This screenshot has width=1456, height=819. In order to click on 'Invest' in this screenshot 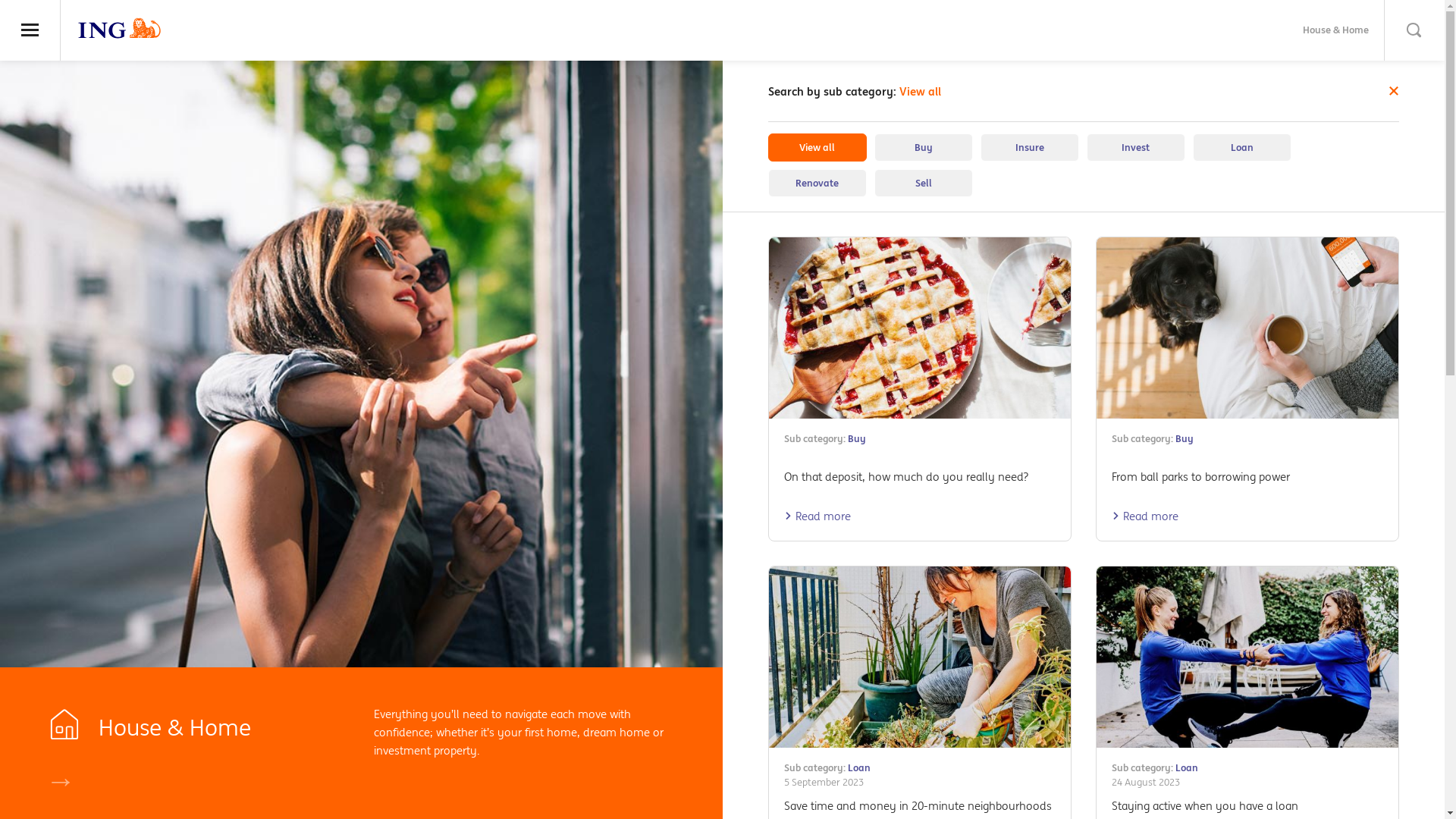, I will do `click(1135, 147)`.